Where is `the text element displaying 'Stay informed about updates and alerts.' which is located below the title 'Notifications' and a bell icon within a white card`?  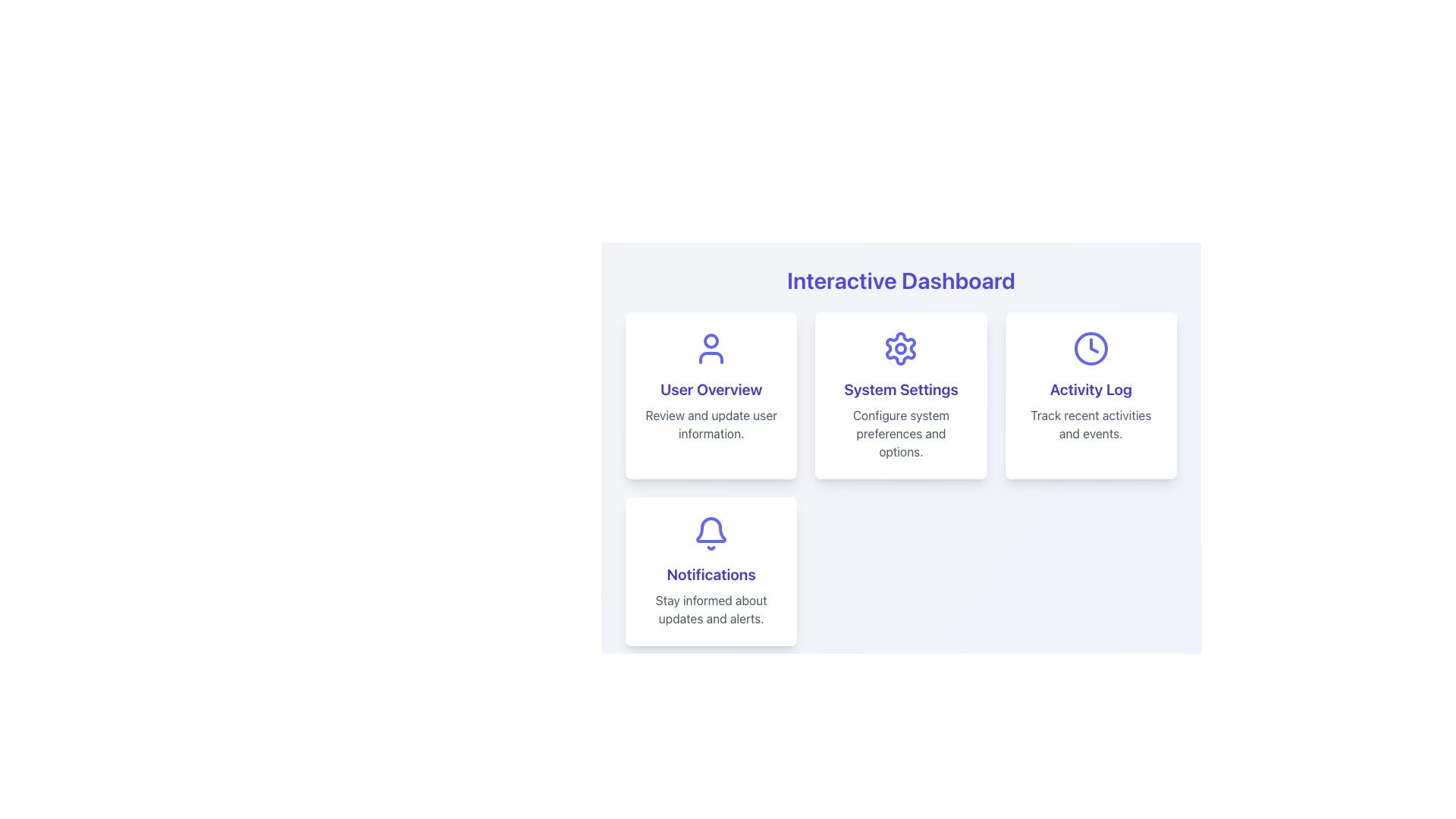
the text element displaying 'Stay informed about updates and alerts.' which is located below the title 'Notifications' and a bell icon within a white card is located at coordinates (711, 608).